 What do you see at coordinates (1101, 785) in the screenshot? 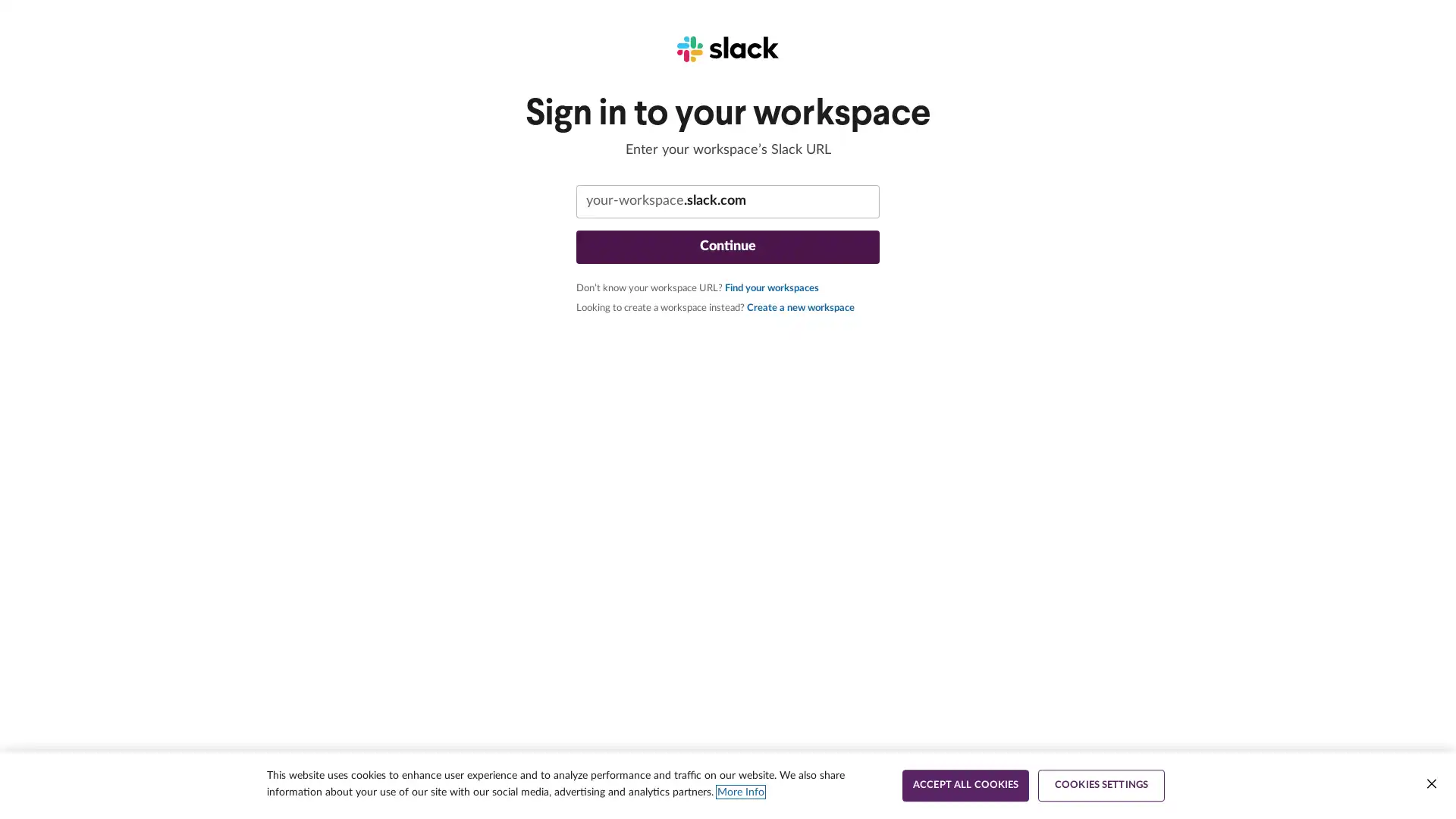
I see `COOKIES SETTINGS` at bounding box center [1101, 785].